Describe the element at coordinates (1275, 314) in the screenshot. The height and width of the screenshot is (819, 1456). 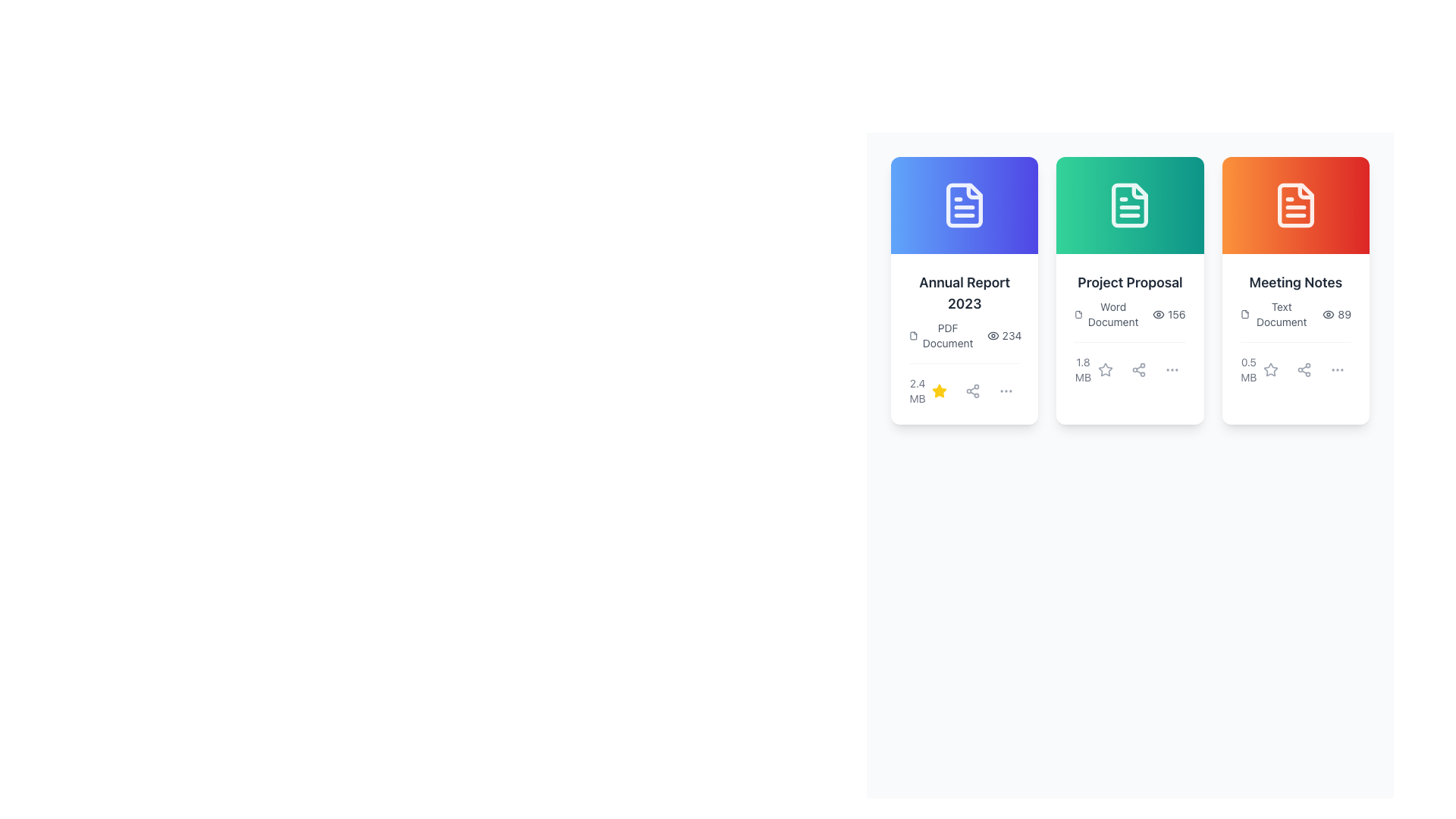
I see `the file icon in the 'Meeting Notes' card below the title for additional details or actions related to the document` at that location.